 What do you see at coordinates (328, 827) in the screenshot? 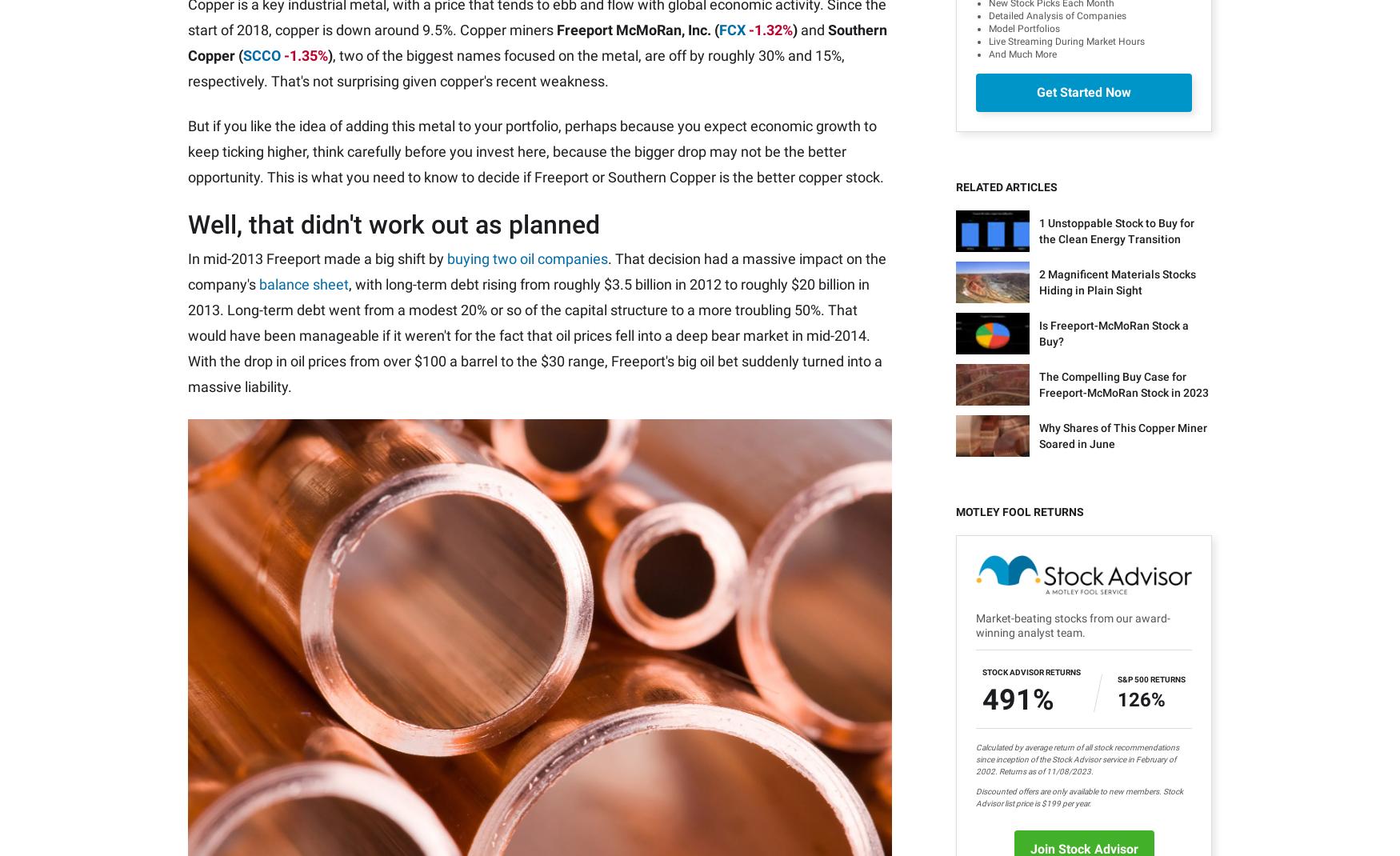
I see `'Privacy Policy'` at bounding box center [328, 827].